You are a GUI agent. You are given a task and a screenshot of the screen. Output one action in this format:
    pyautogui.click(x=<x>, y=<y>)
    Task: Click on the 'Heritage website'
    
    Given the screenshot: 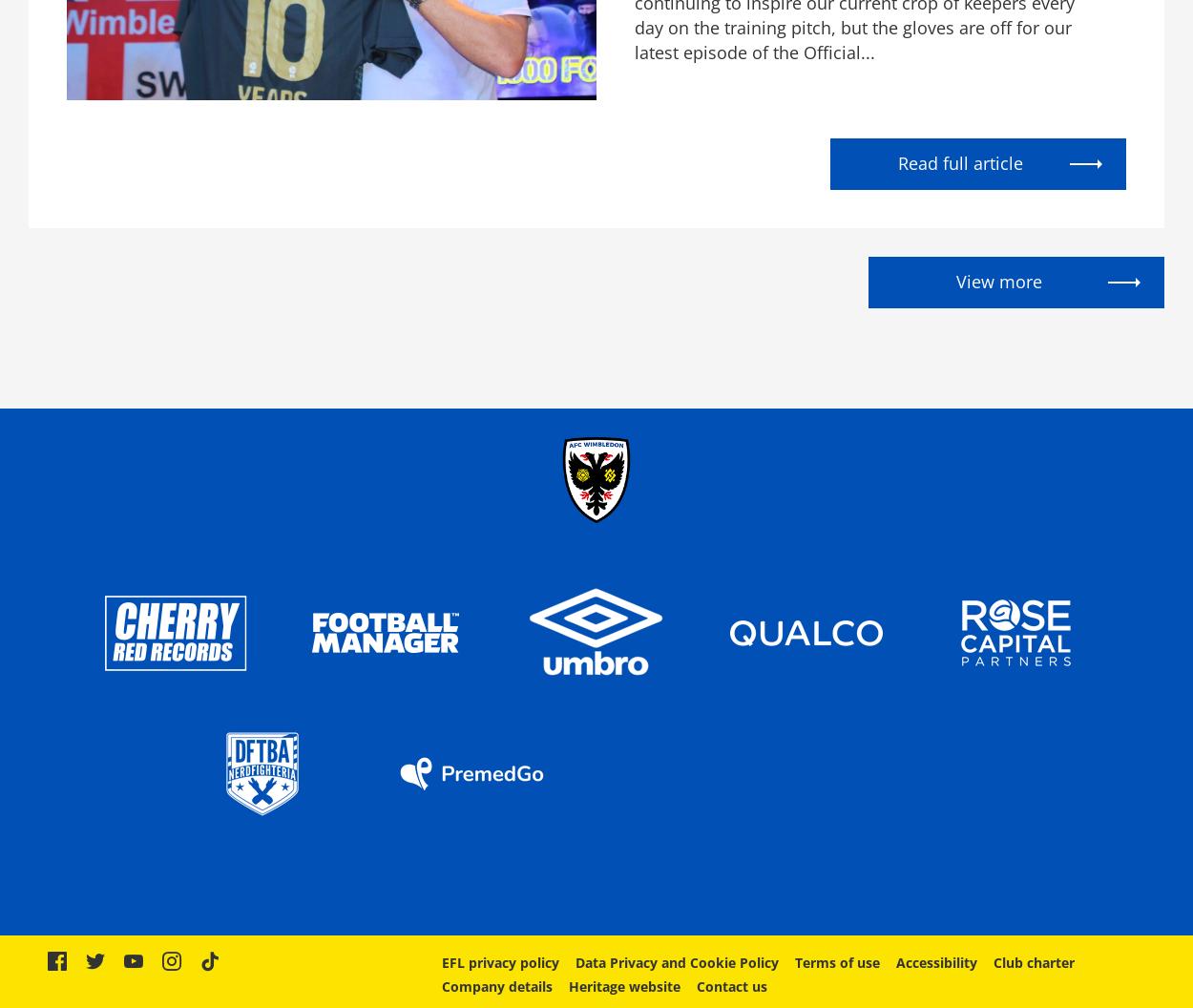 What is the action you would take?
    pyautogui.click(x=623, y=985)
    